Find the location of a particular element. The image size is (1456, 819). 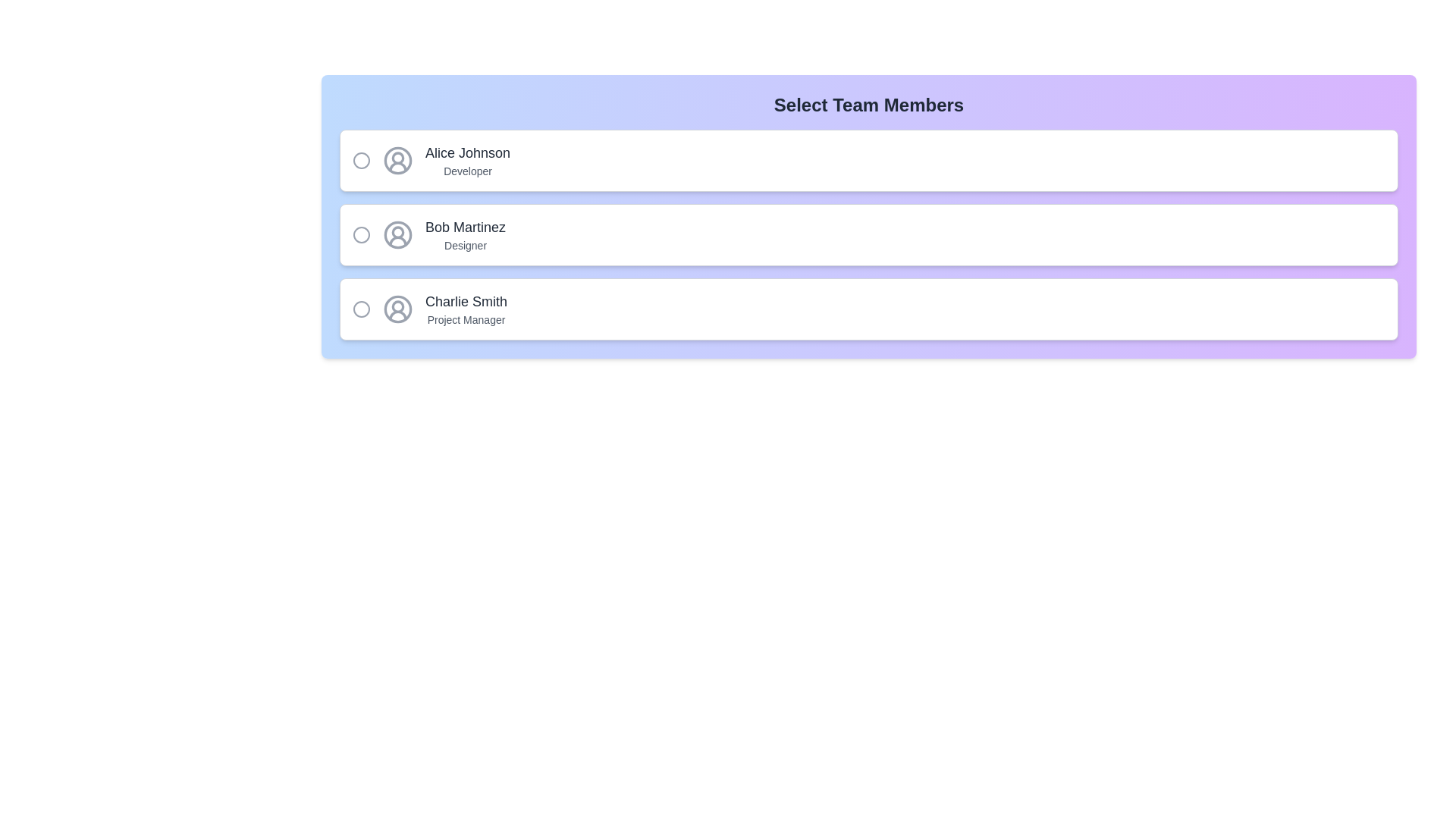

text label that reads 'Designer', which is located below the name 'Bob Martinez' within the team member card is located at coordinates (465, 245).